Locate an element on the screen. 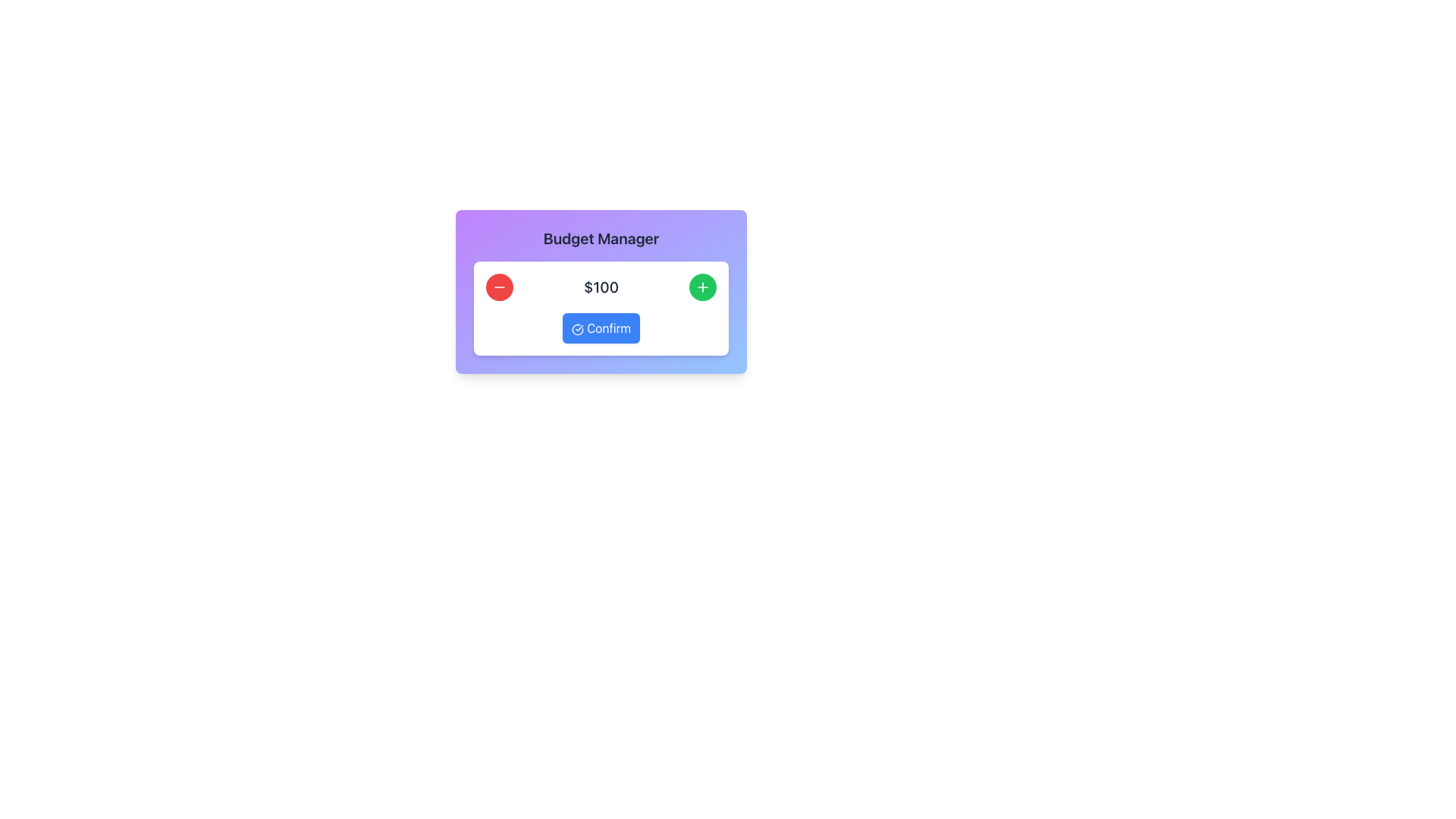 The width and height of the screenshot is (1456, 819). the rounded blue 'Confirm' button with white text and a checkmark icon is located at coordinates (600, 327).